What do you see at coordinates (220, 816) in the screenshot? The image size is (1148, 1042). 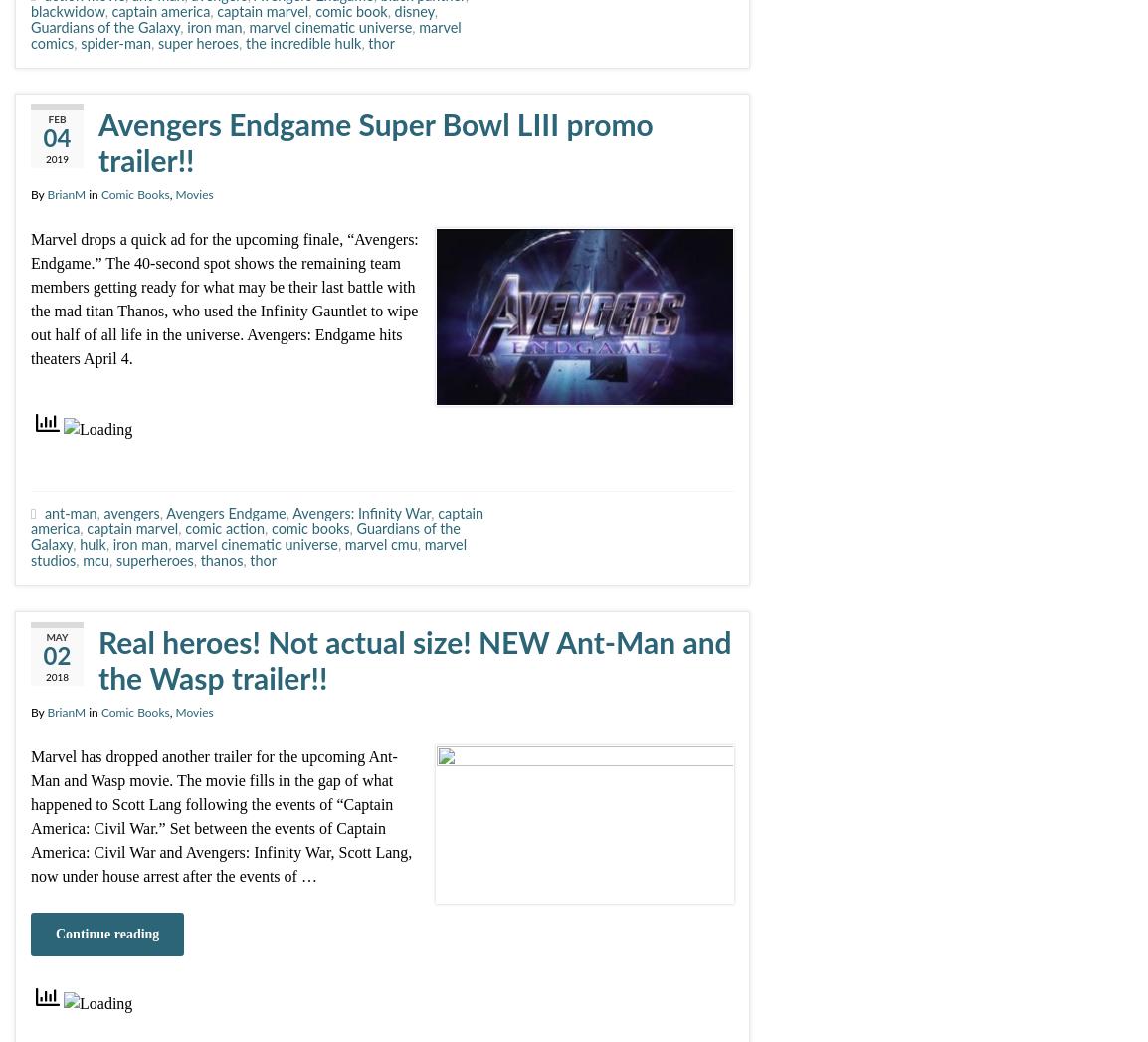 I see `'Marvel has dropped another trailer for the upcoming Ant-Man and Wasp movie. The movie fills in the gap of what happened to Scott Lang following the events of “Captain America: Civil War.” Set between the events of Captain America: Civil War and Avengers: Infinity War, Scott Lang, now under house arrest after the events of …'` at bounding box center [220, 816].